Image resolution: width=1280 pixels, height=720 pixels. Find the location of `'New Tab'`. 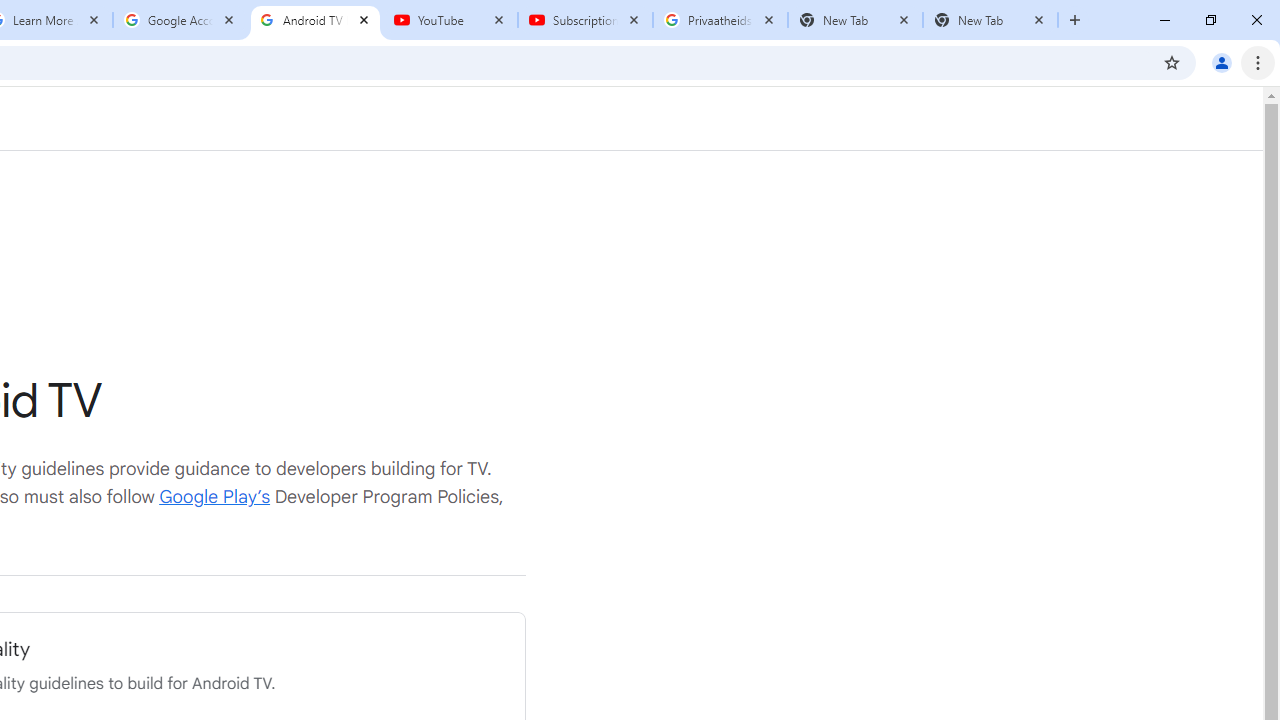

'New Tab' is located at coordinates (990, 20).